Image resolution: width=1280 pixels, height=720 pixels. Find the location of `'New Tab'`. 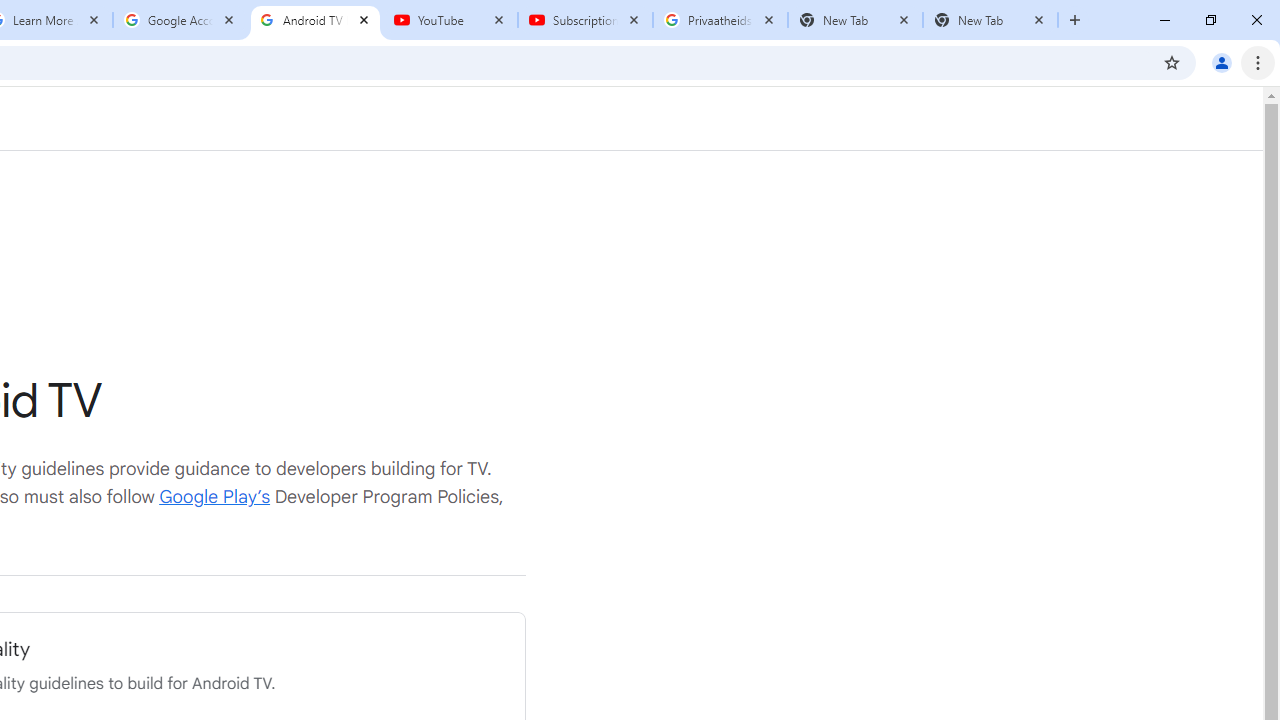

'New Tab' is located at coordinates (990, 20).